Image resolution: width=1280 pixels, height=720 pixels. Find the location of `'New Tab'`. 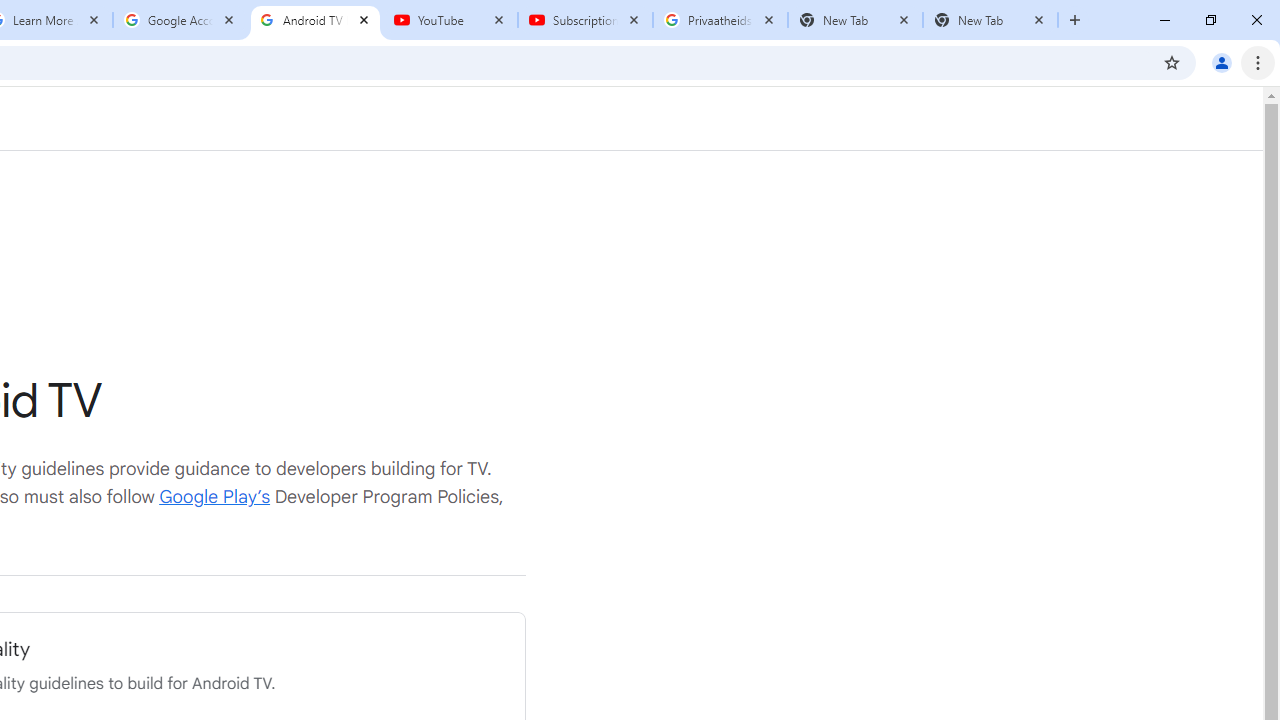

'New Tab' is located at coordinates (990, 20).